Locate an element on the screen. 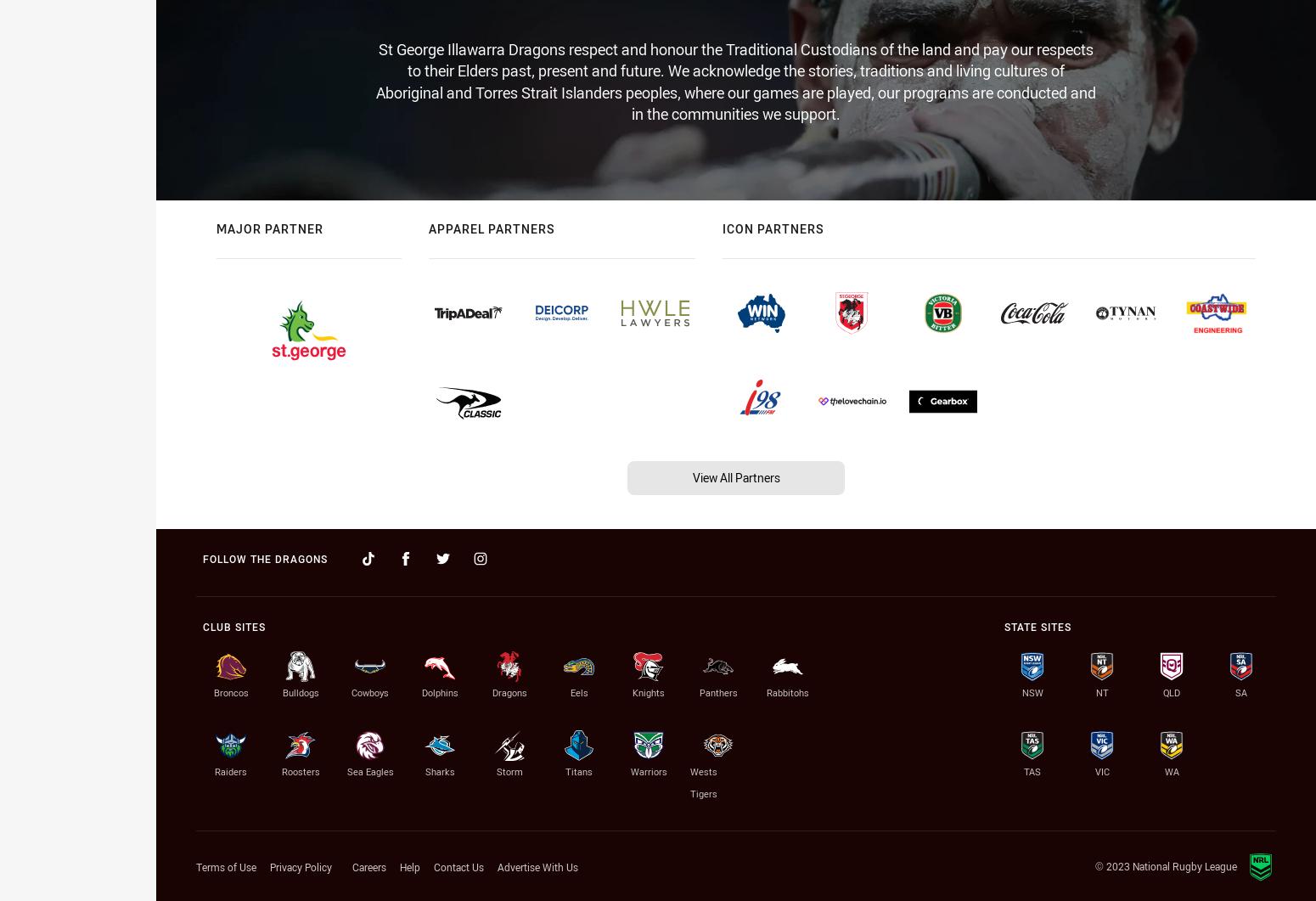  'Privacy Policy' is located at coordinates (300, 866).